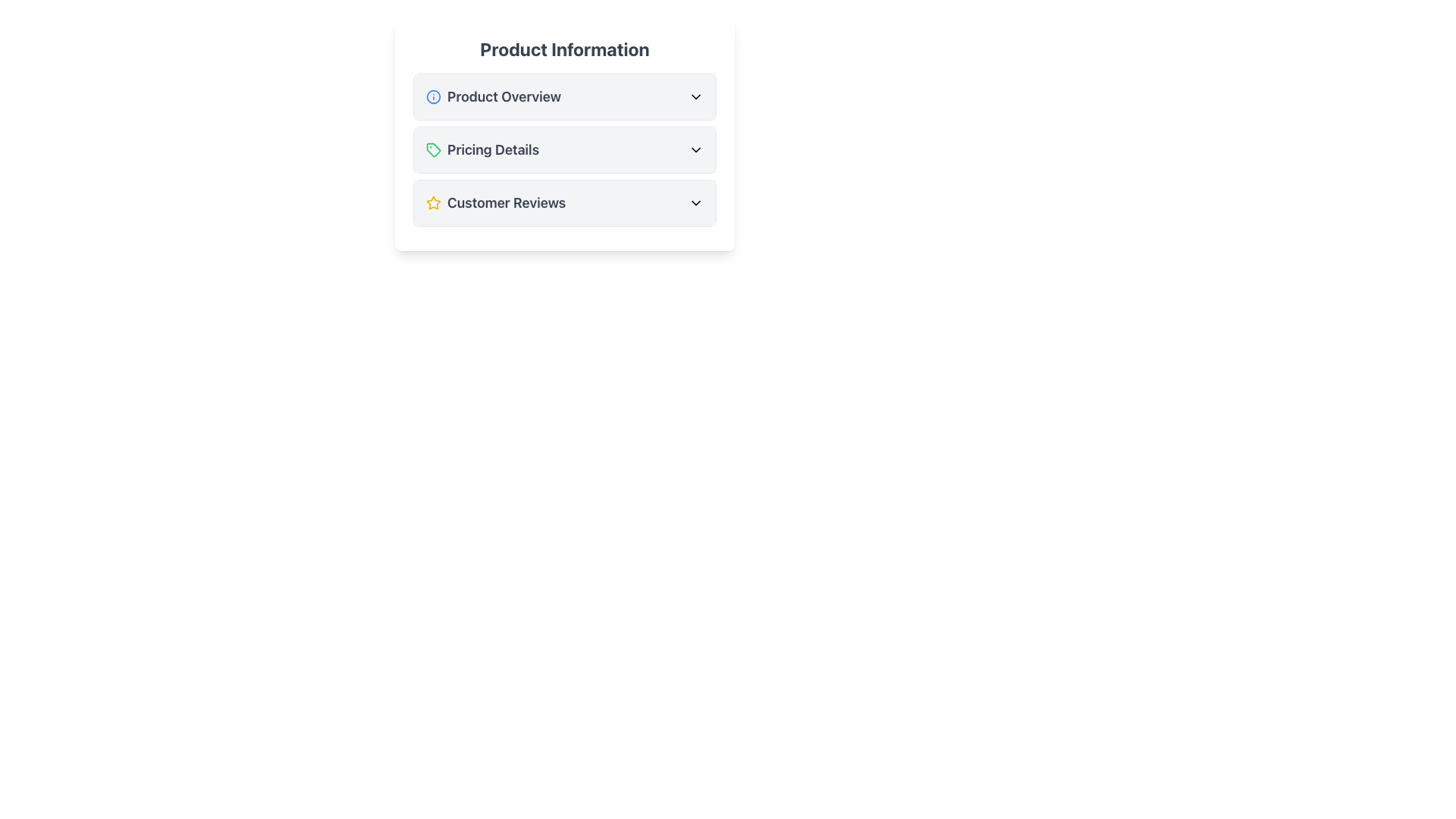 The image size is (1456, 819). I want to click on the star icon representing the rating or review feature next to 'Customer Reviews' in the collapsible section header, so click(432, 202).